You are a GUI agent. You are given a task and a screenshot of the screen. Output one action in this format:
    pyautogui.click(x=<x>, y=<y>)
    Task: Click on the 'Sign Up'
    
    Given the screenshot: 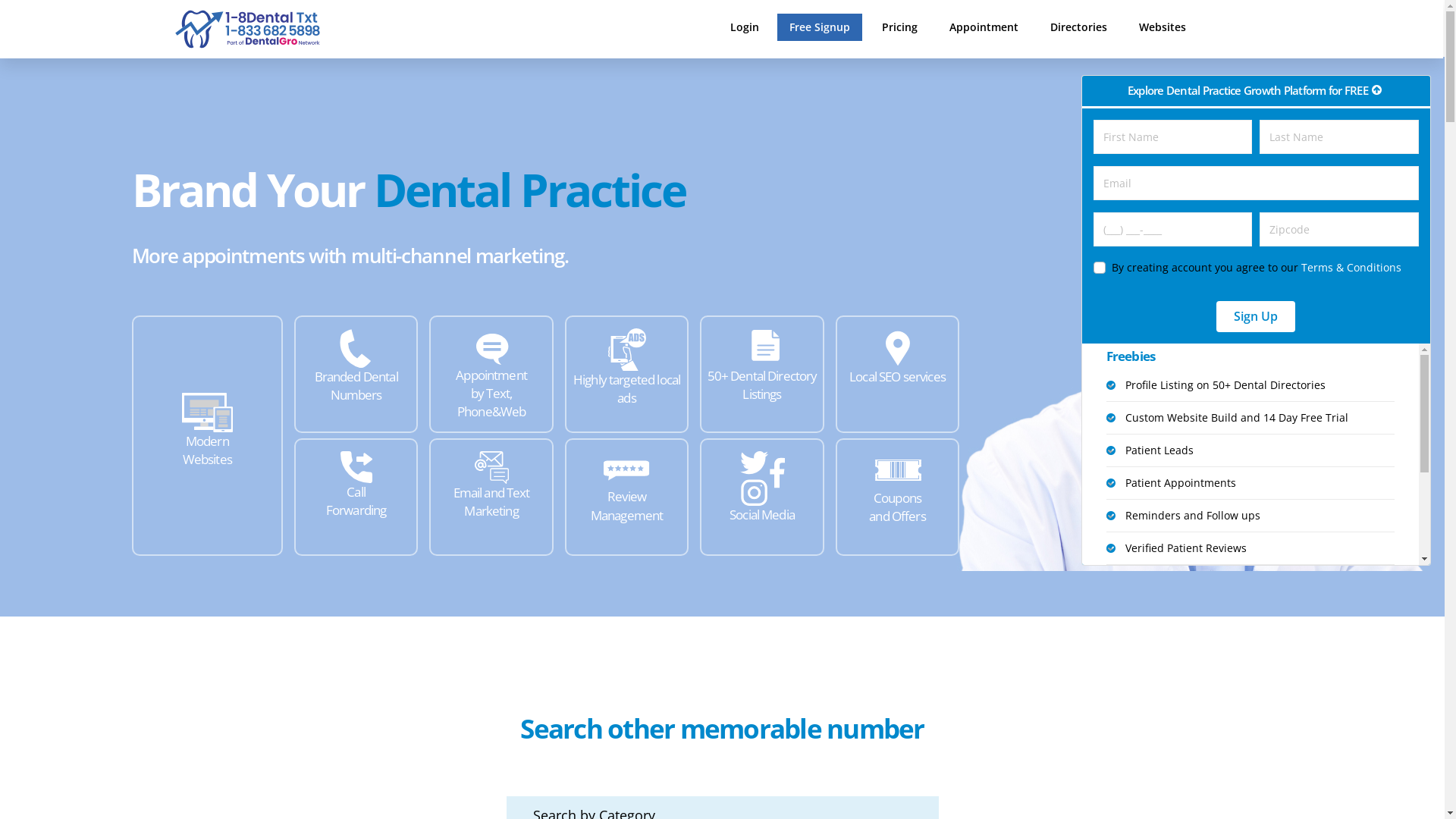 What is the action you would take?
    pyautogui.click(x=1256, y=315)
    